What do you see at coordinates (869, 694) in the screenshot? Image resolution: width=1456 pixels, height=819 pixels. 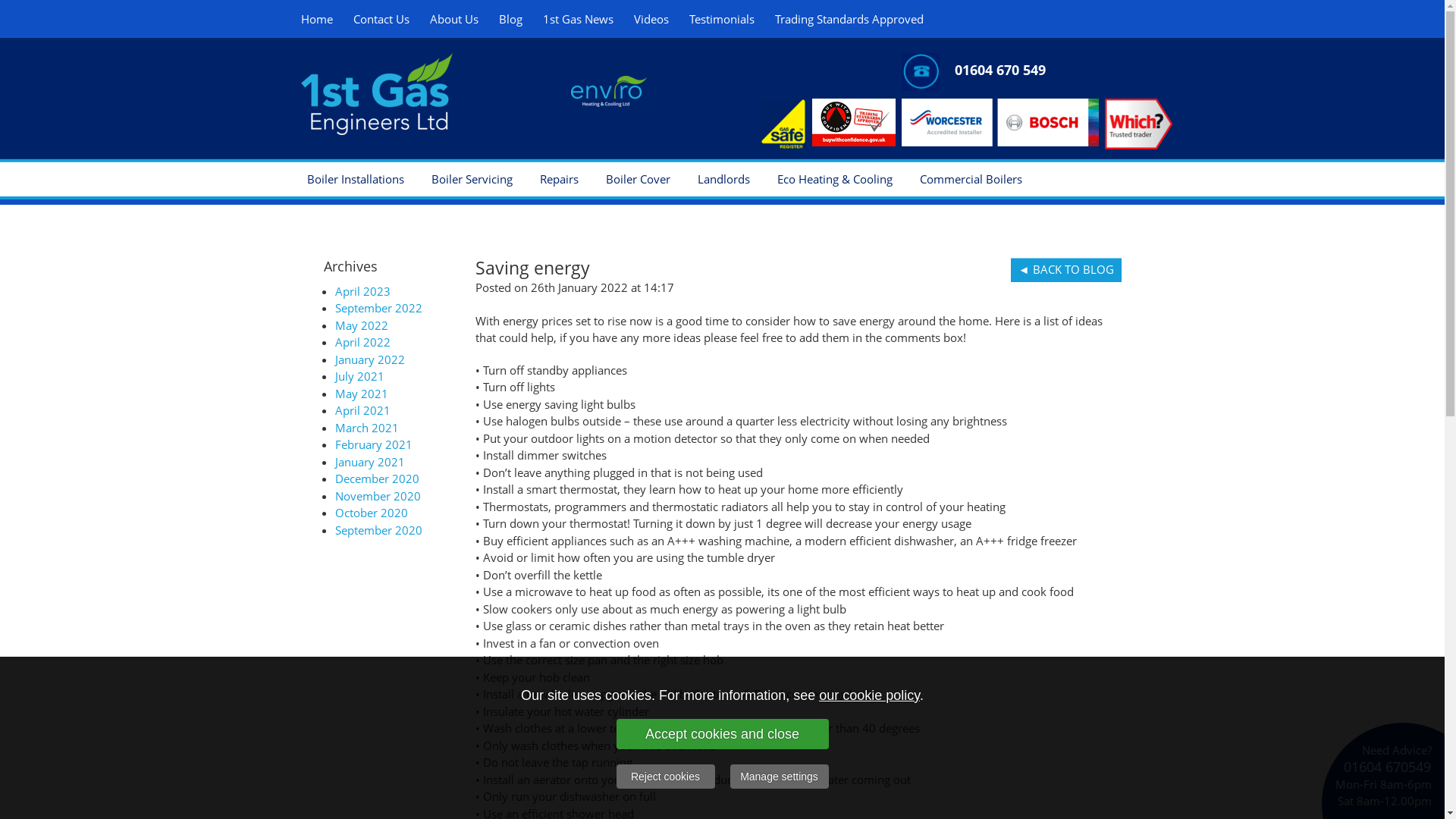 I see `'our cookie policy'` at bounding box center [869, 694].